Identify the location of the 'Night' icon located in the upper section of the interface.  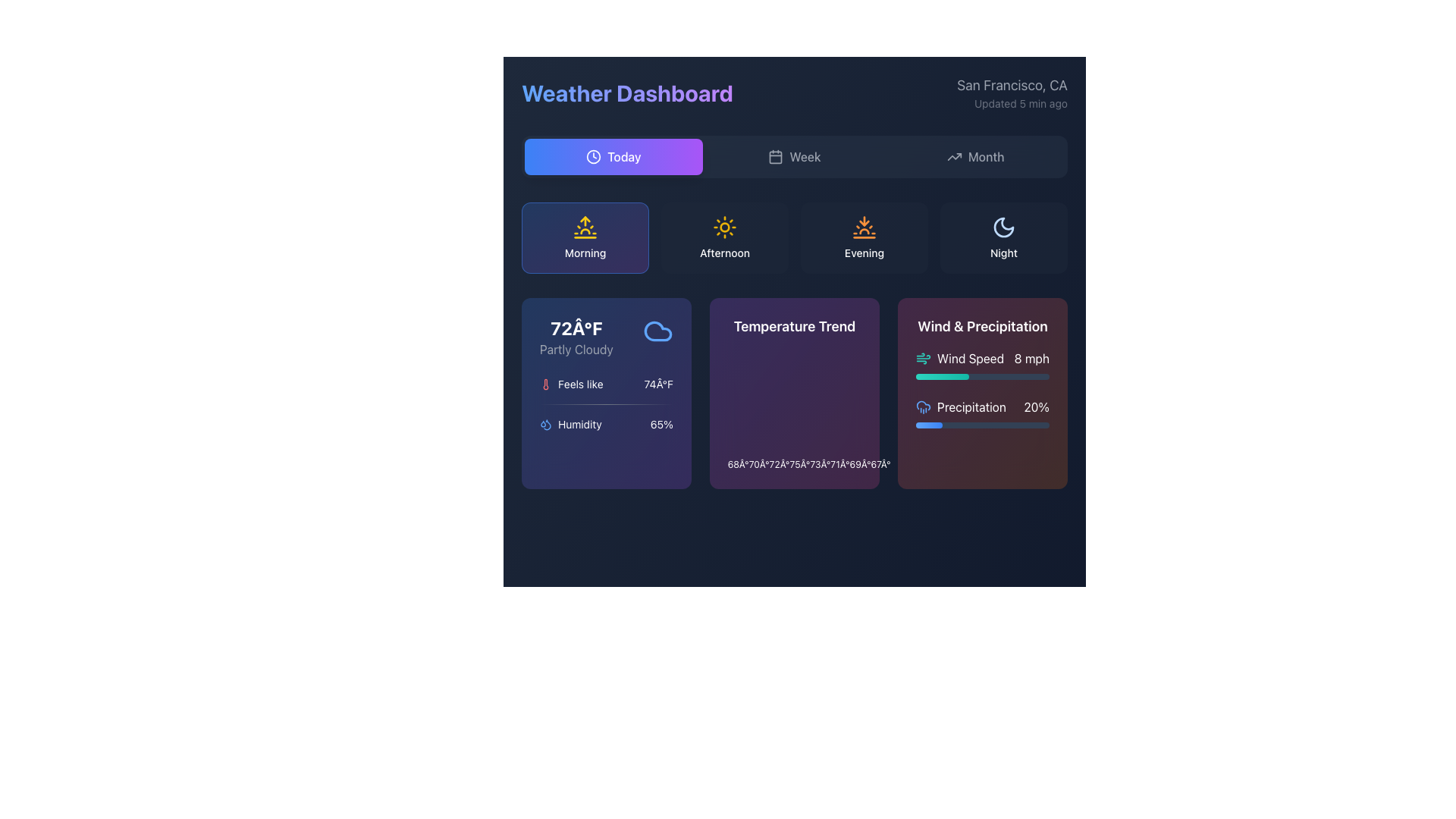
(1004, 227).